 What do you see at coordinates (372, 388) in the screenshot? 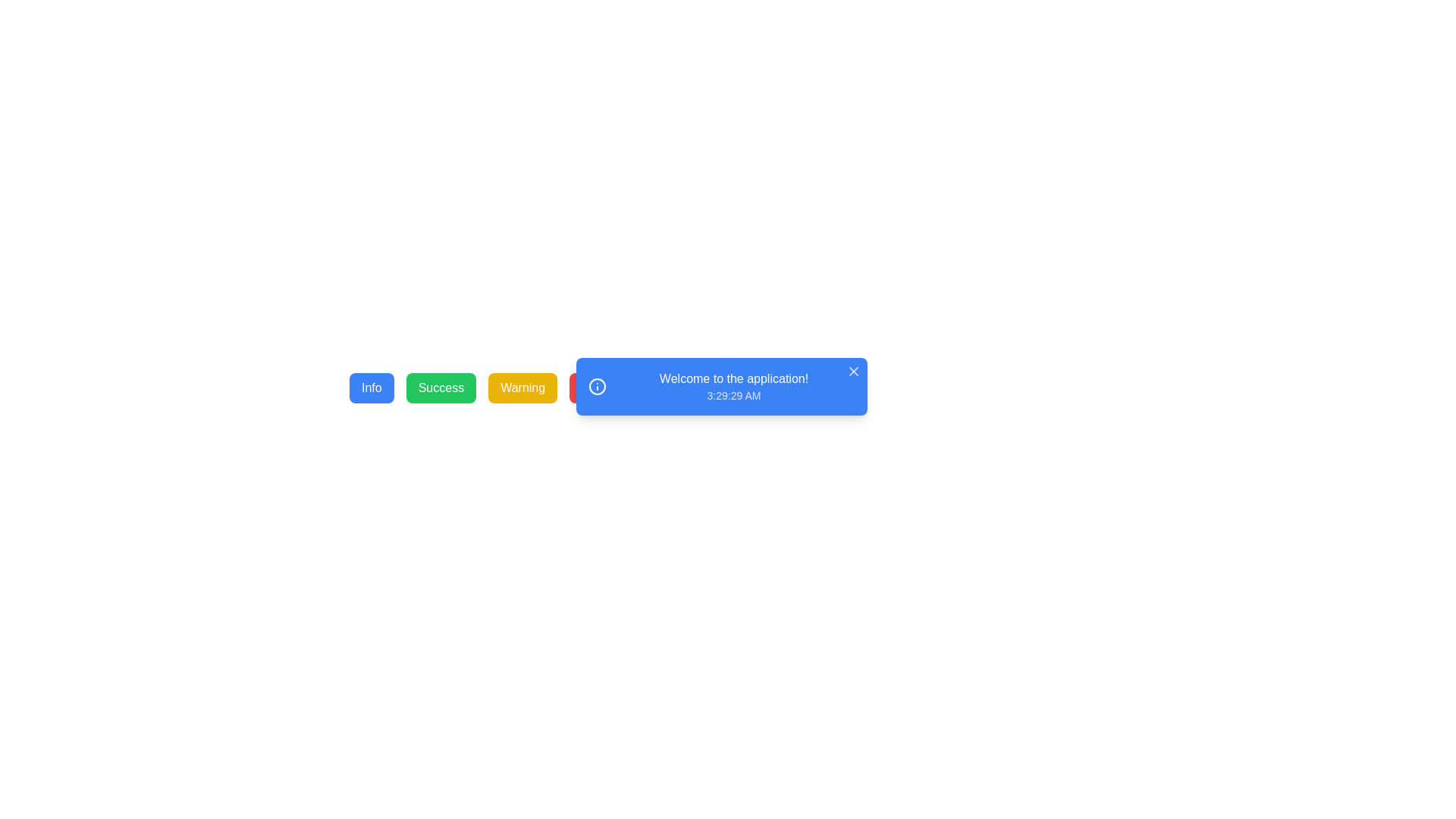
I see `the first button in the horizontal sequence, which functions as an 'Info' button` at bounding box center [372, 388].